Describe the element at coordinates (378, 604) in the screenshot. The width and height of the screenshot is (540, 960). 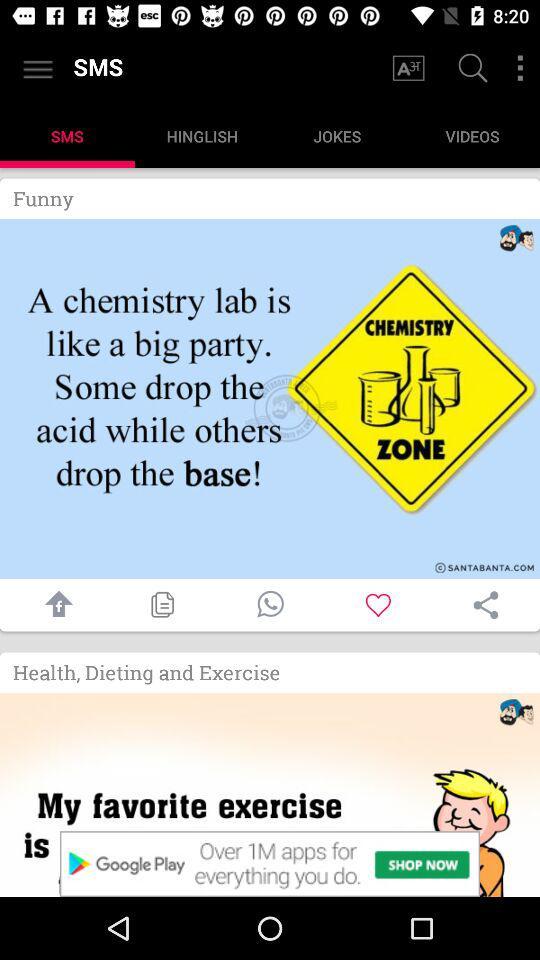
I see `image` at that location.